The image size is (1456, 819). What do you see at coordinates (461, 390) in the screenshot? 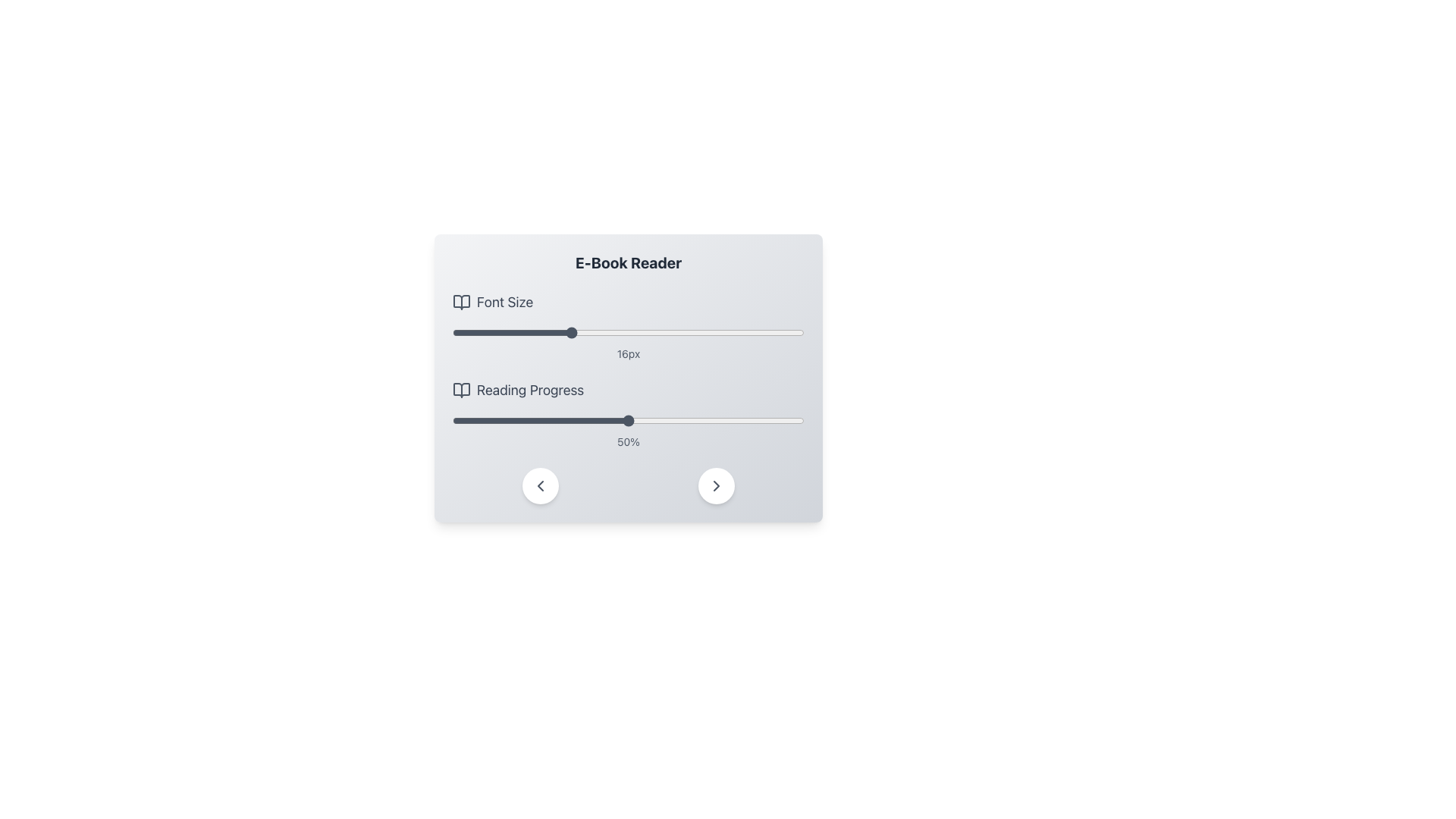
I see `open book icon representing the 'Reading Progress' section for interactive attributes` at bounding box center [461, 390].